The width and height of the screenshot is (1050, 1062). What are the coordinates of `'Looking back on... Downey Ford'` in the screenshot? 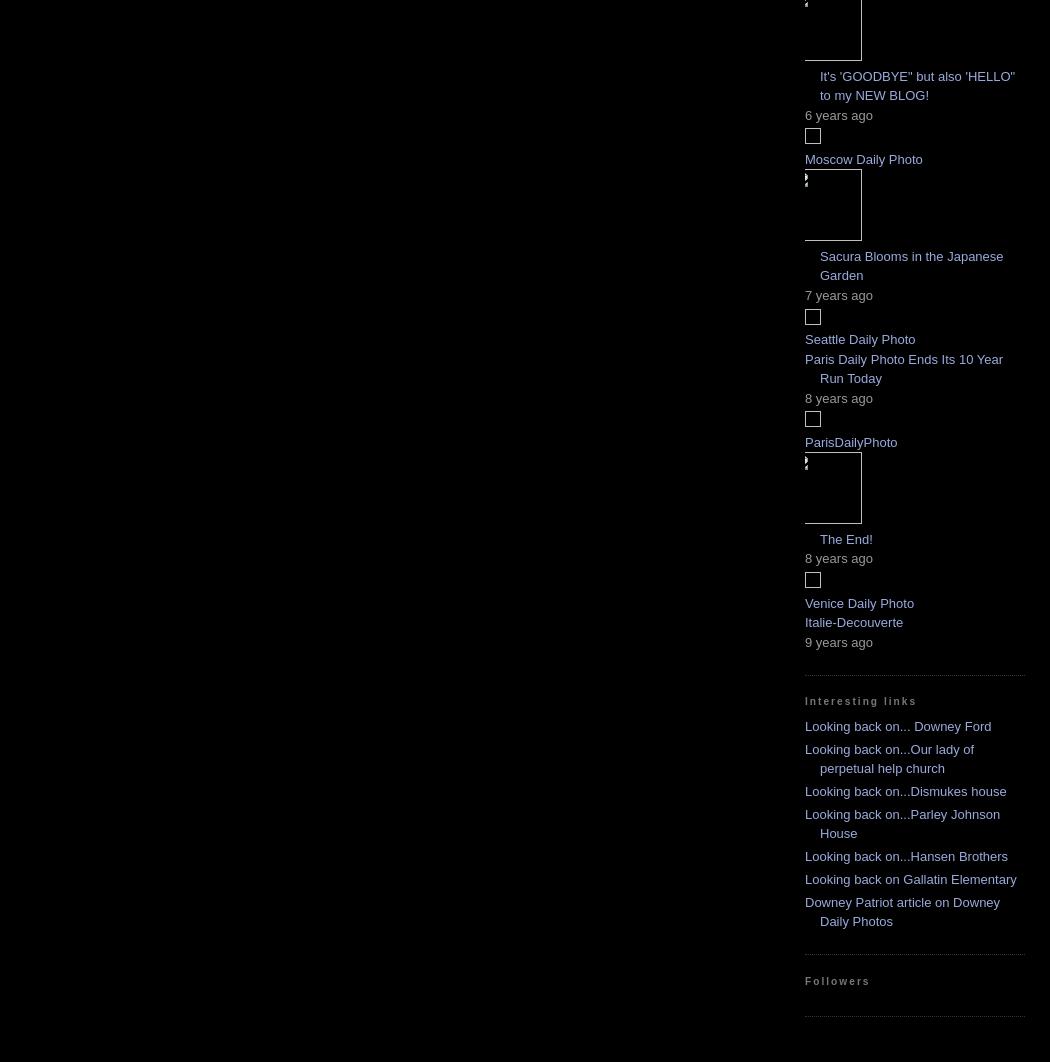 It's located at (896, 726).